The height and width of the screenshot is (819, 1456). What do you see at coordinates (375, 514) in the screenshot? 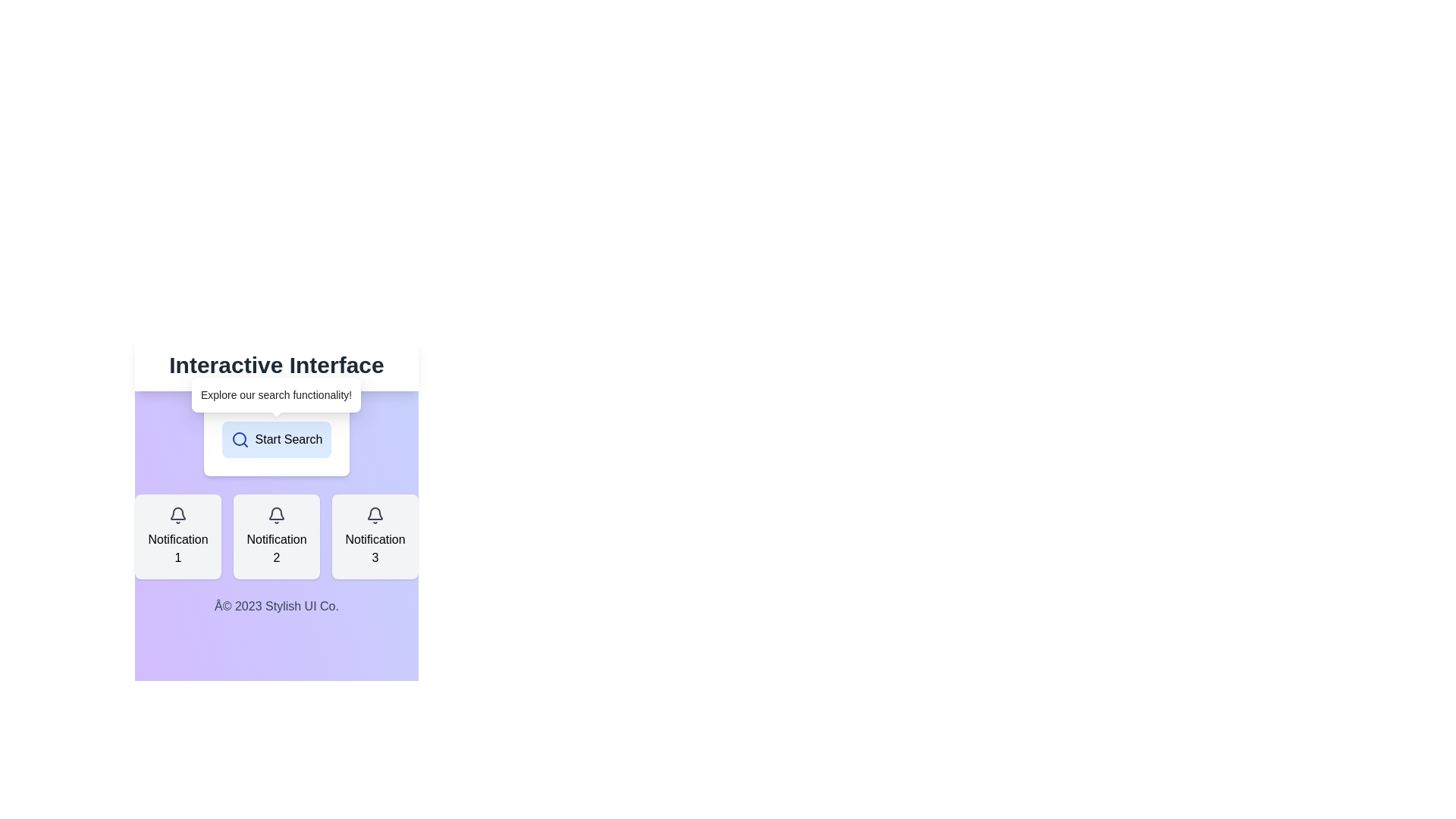
I see `the notification bell icon, which is a monochromatic gray icon symbolizing notifications, located centrally in the third row of the layout within the 'Notification 3' card` at bounding box center [375, 514].